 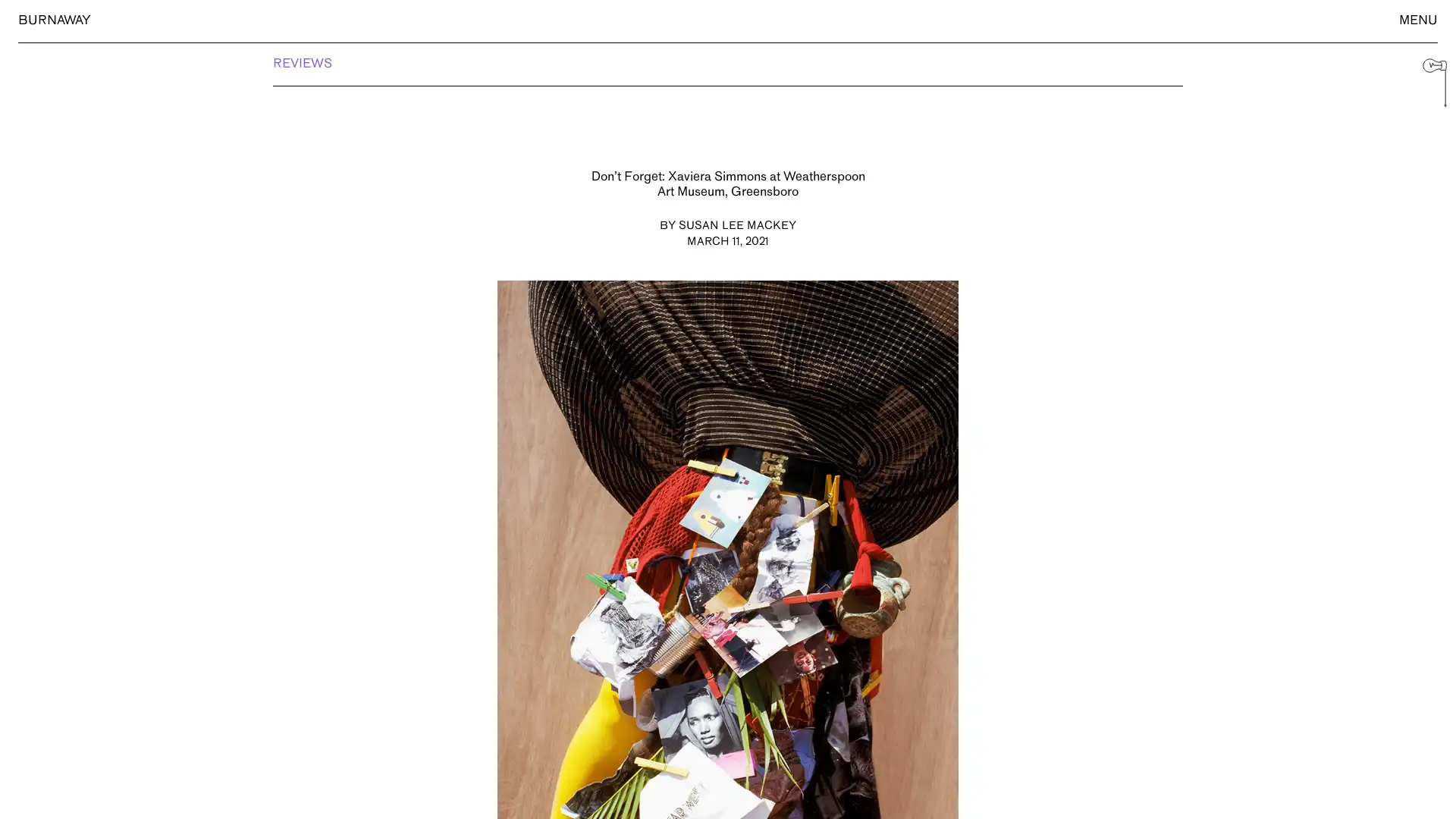 What do you see at coordinates (1417, 20) in the screenshot?
I see `MENU` at bounding box center [1417, 20].